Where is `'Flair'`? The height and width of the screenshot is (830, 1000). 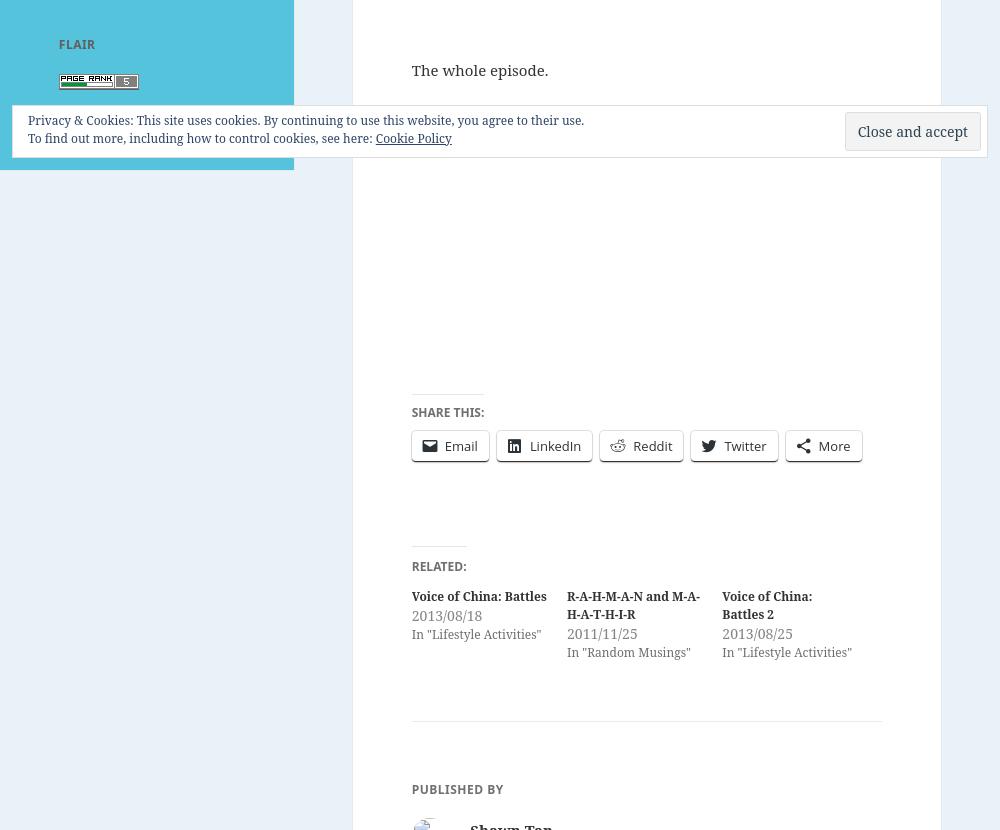
'Flair' is located at coordinates (75, 42).